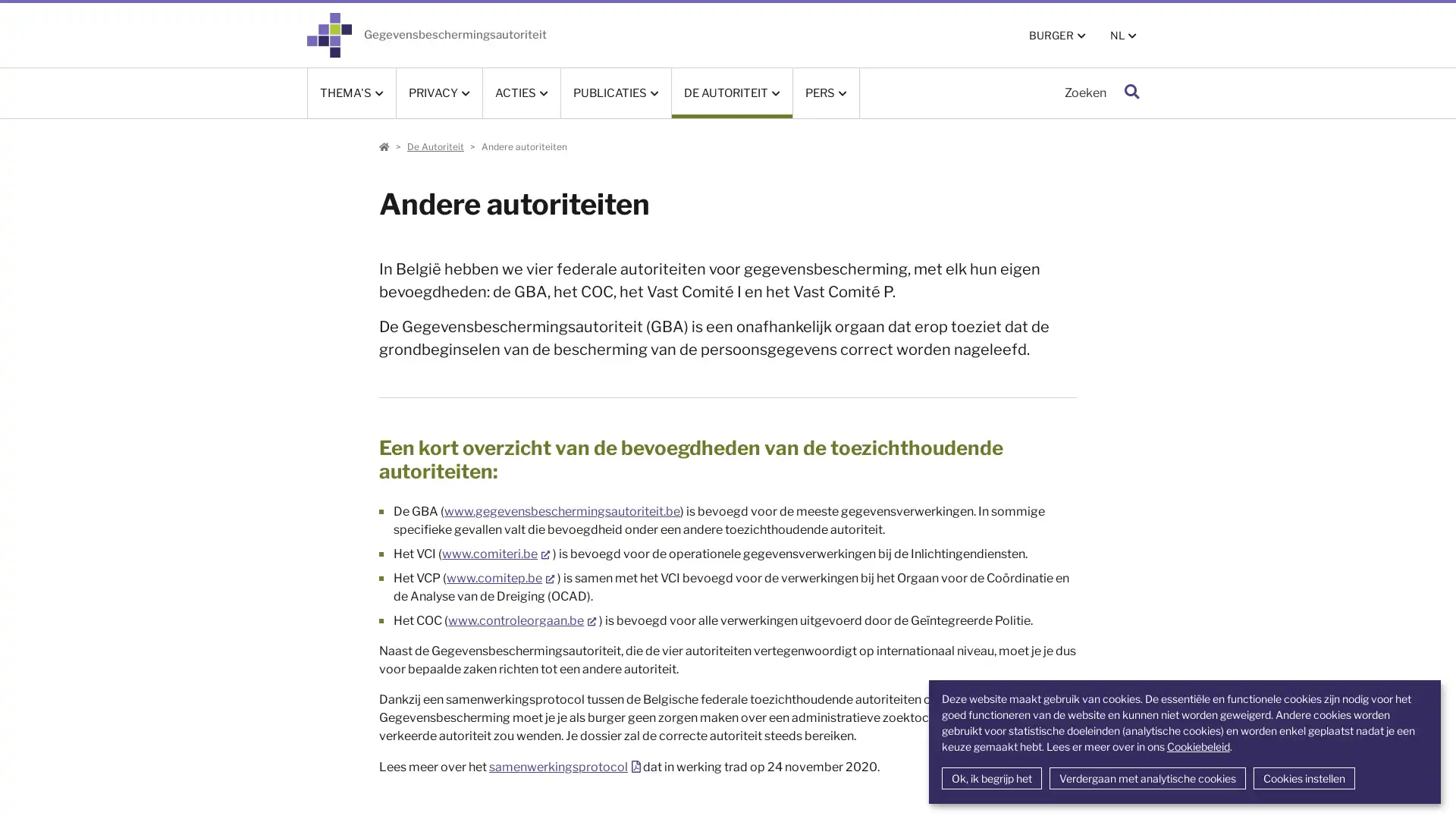  What do you see at coordinates (1302, 778) in the screenshot?
I see `Cookies instellen` at bounding box center [1302, 778].